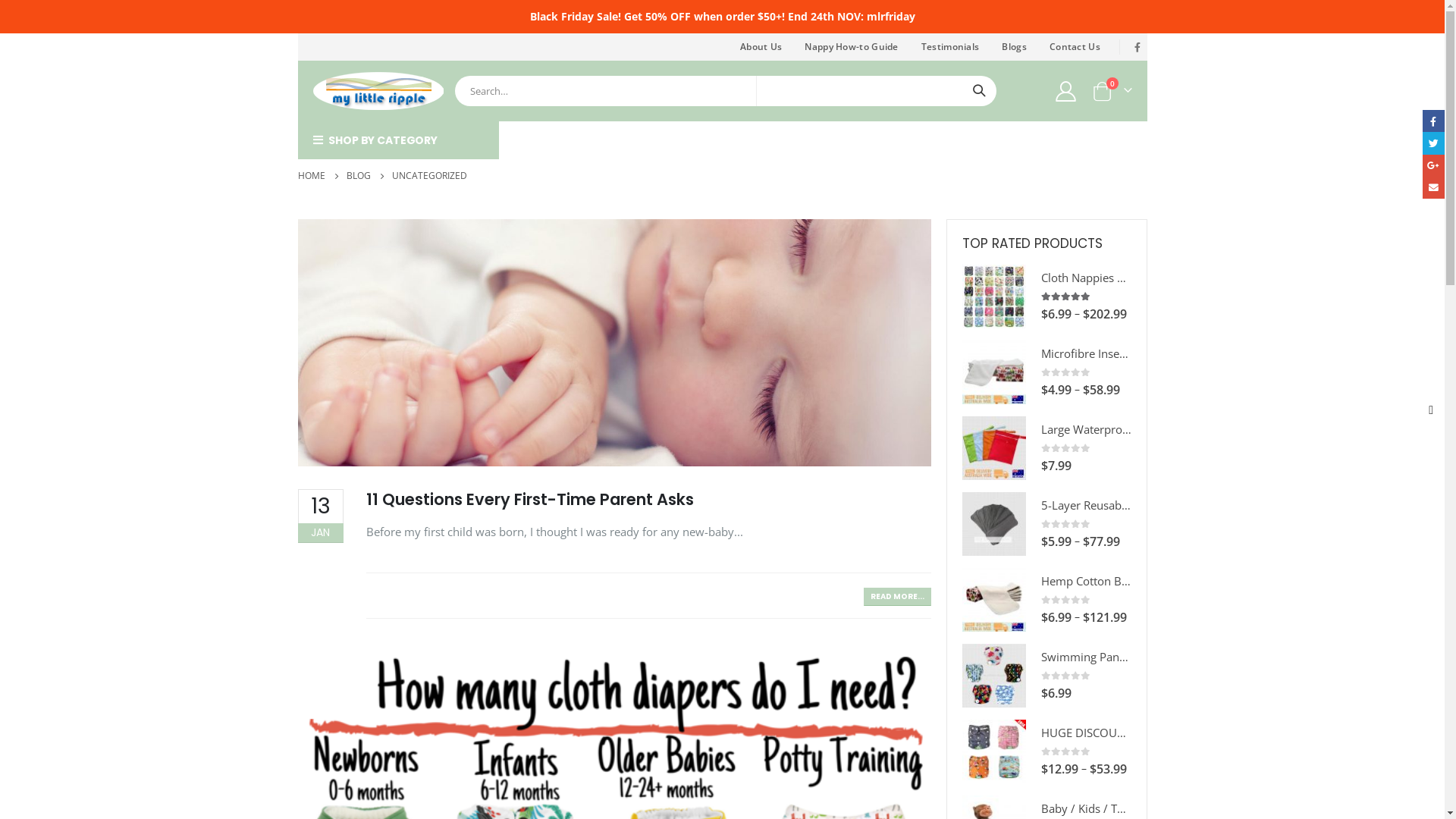  I want to click on 'Search', so click(979, 90).